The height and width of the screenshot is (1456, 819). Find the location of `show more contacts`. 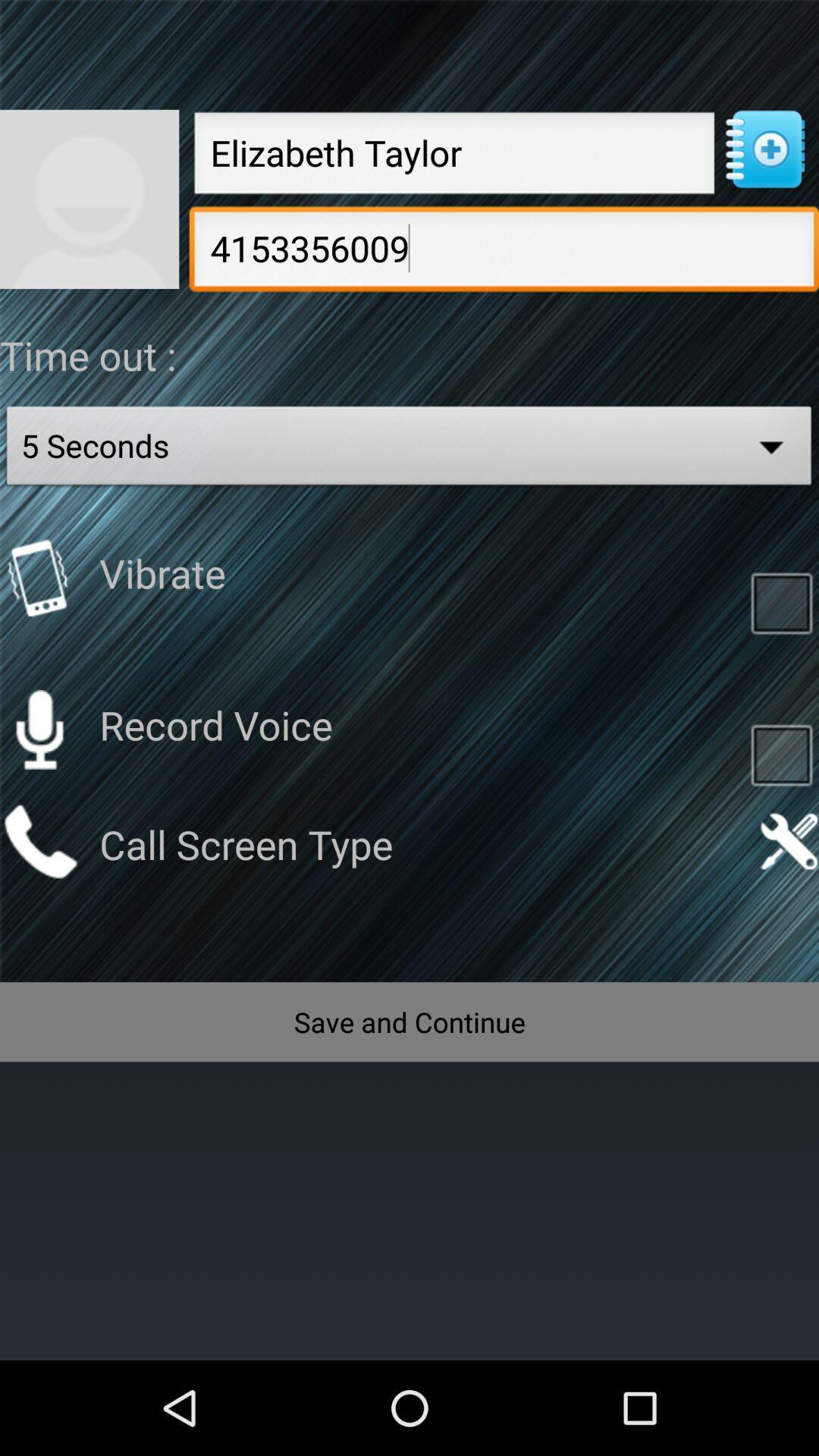

show more contacts is located at coordinates (764, 149).